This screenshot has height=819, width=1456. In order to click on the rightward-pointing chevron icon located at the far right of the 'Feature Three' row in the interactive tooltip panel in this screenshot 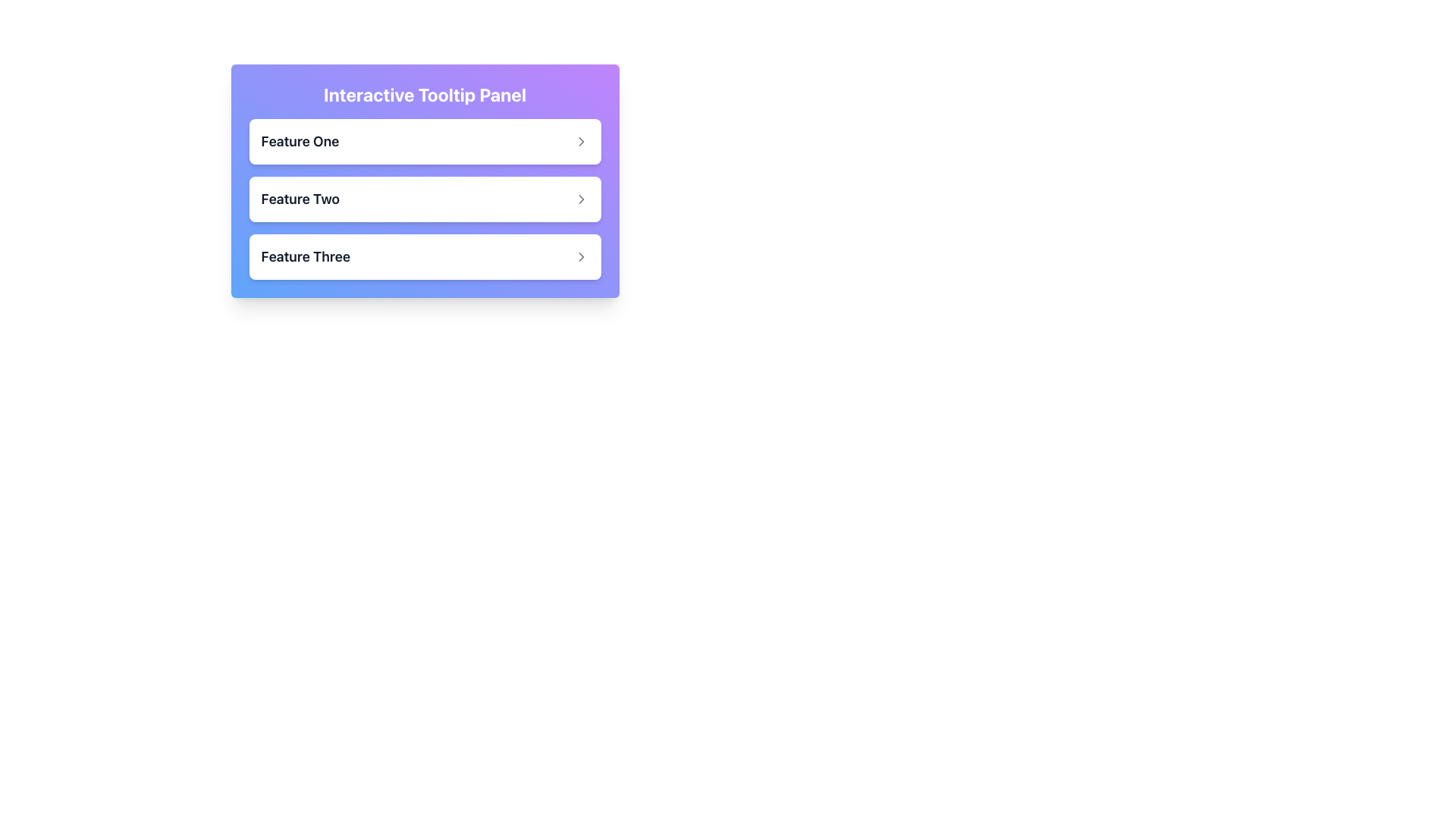, I will do `click(580, 256)`.